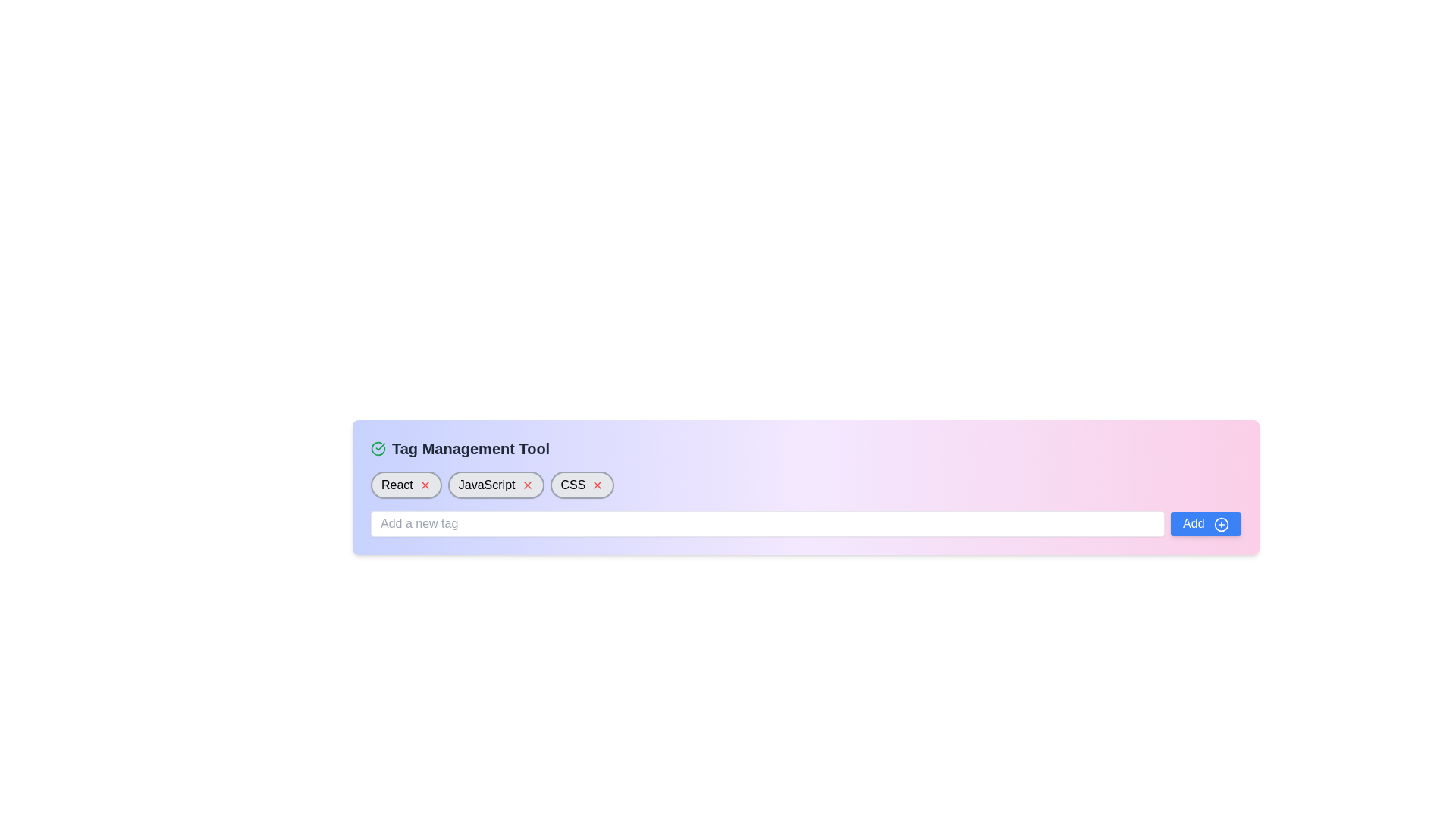 This screenshot has height=819, width=1456. Describe the element at coordinates (597, 485) in the screenshot. I see `the small red 'X' icon located to the right of the 'CSS' tag in the tag management interface to observe the color change` at that location.